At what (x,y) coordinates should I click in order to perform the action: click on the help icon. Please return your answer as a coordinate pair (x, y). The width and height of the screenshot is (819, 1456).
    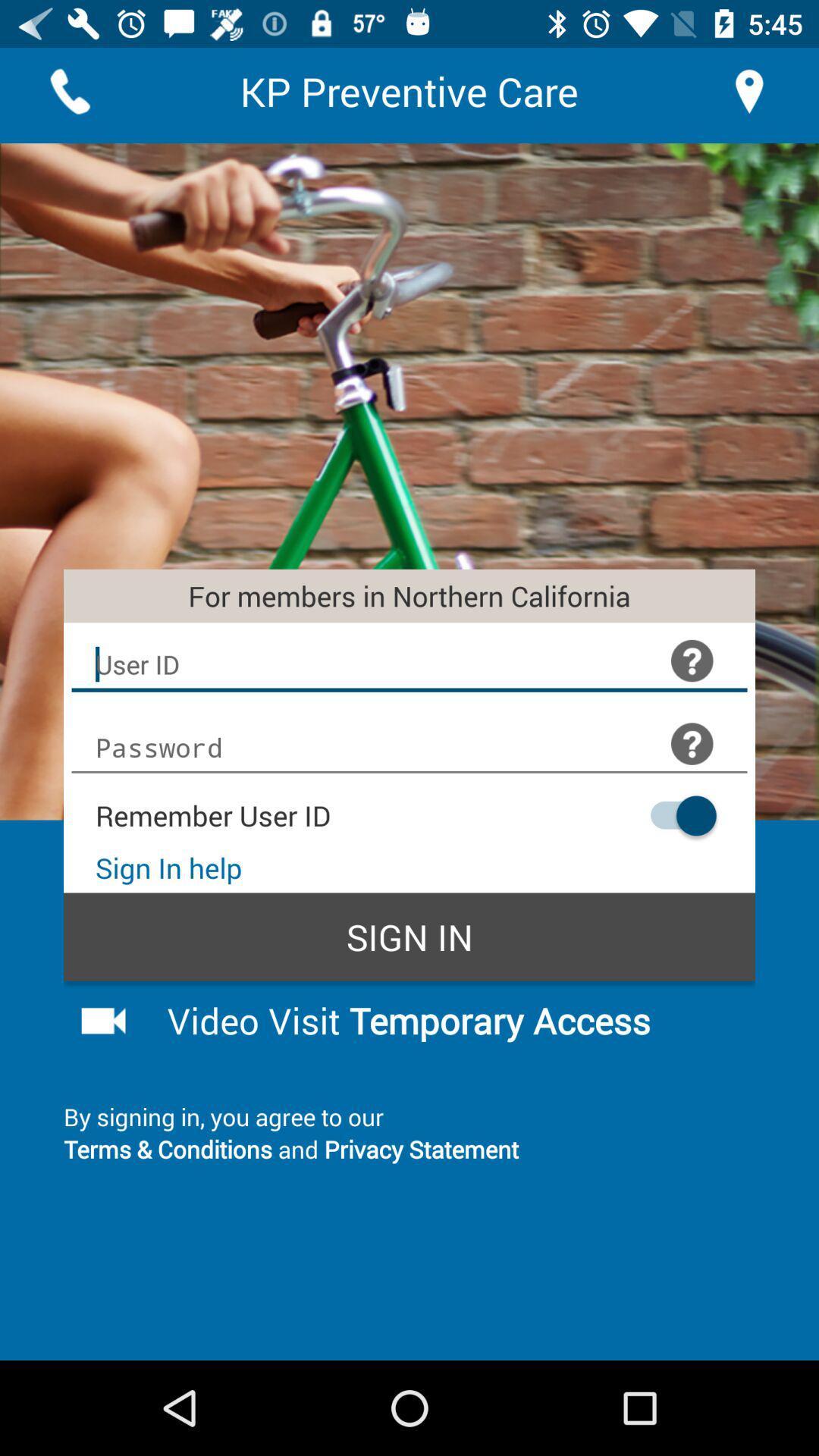
    Looking at the image, I should click on (697, 747).